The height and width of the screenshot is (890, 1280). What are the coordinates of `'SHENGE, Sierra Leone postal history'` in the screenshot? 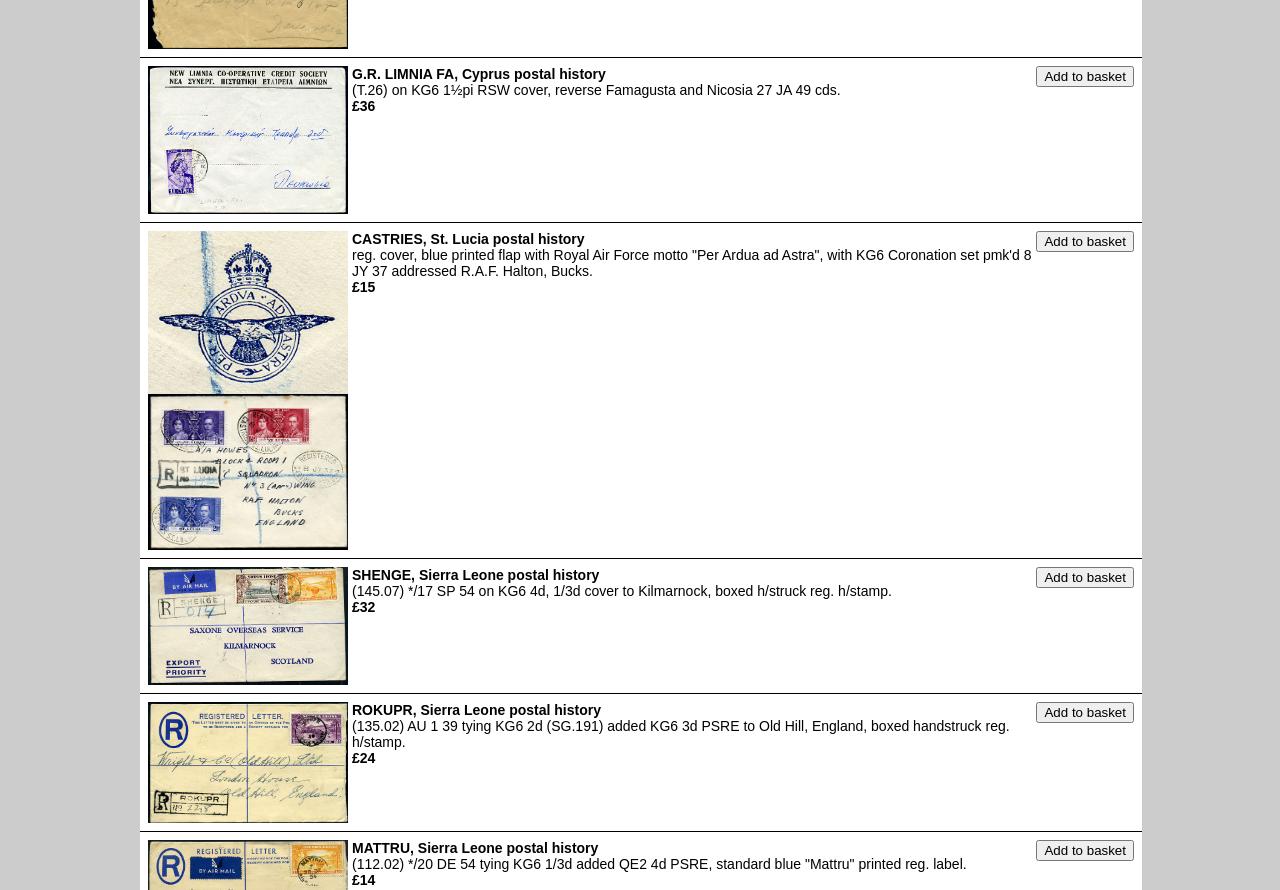 It's located at (352, 574).